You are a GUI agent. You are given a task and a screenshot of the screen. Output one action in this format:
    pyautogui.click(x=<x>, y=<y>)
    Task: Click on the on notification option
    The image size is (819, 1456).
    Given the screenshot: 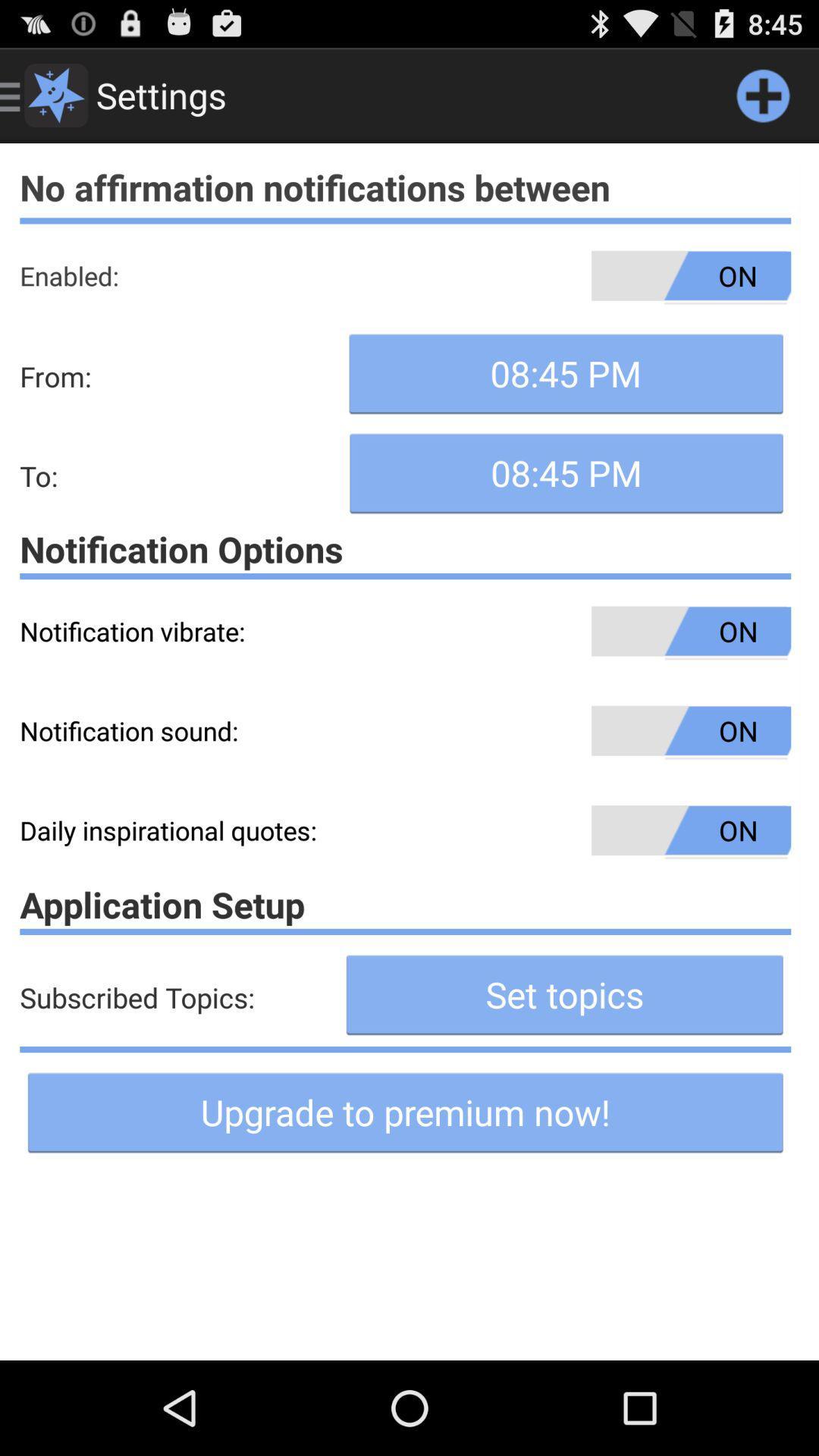 What is the action you would take?
    pyautogui.click(x=404, y=548)
    